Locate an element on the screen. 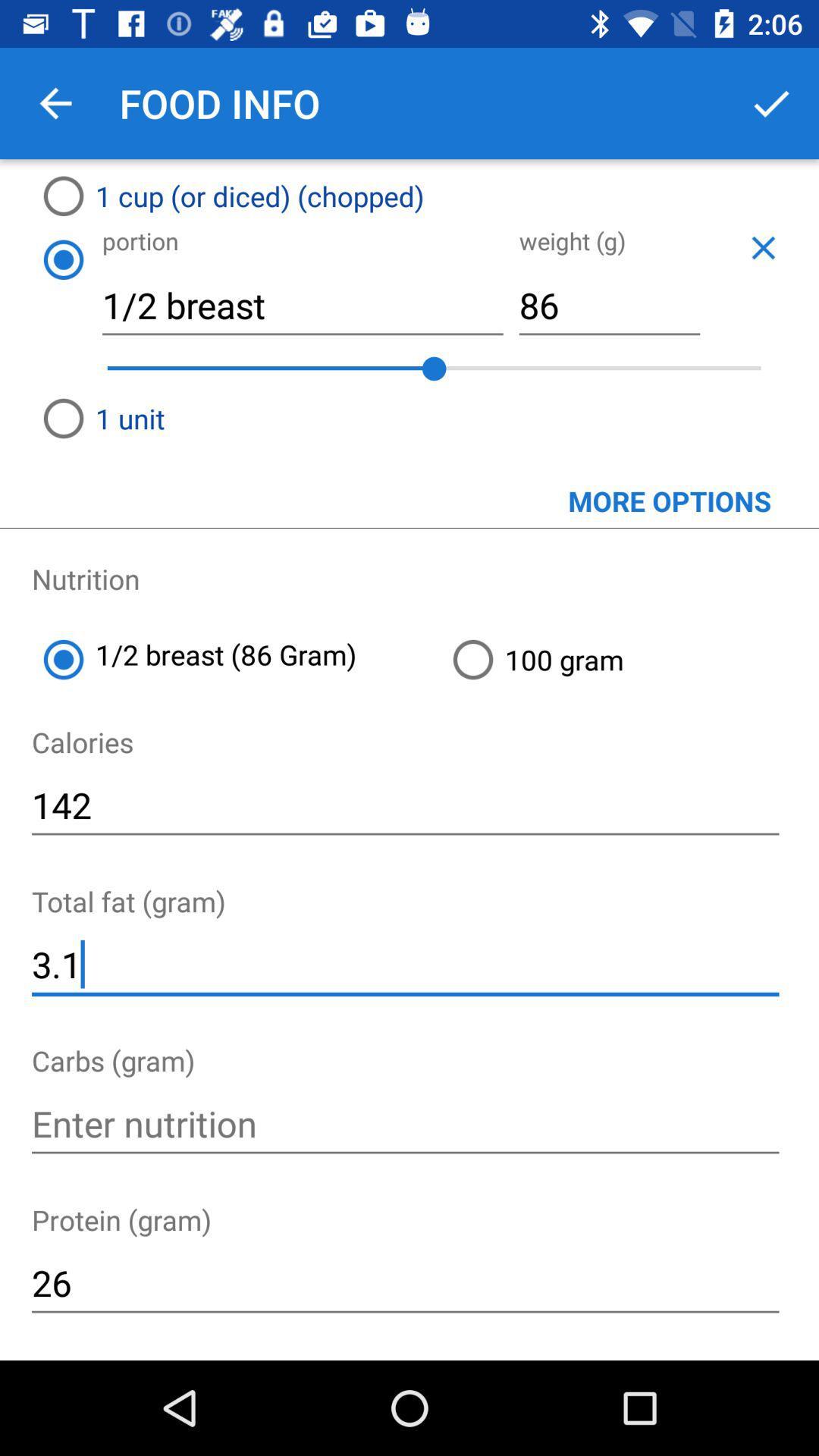 The width and height of the screenshot is (819, 1456). icon next to 1 2 breast is located at coordinates (629, 659).